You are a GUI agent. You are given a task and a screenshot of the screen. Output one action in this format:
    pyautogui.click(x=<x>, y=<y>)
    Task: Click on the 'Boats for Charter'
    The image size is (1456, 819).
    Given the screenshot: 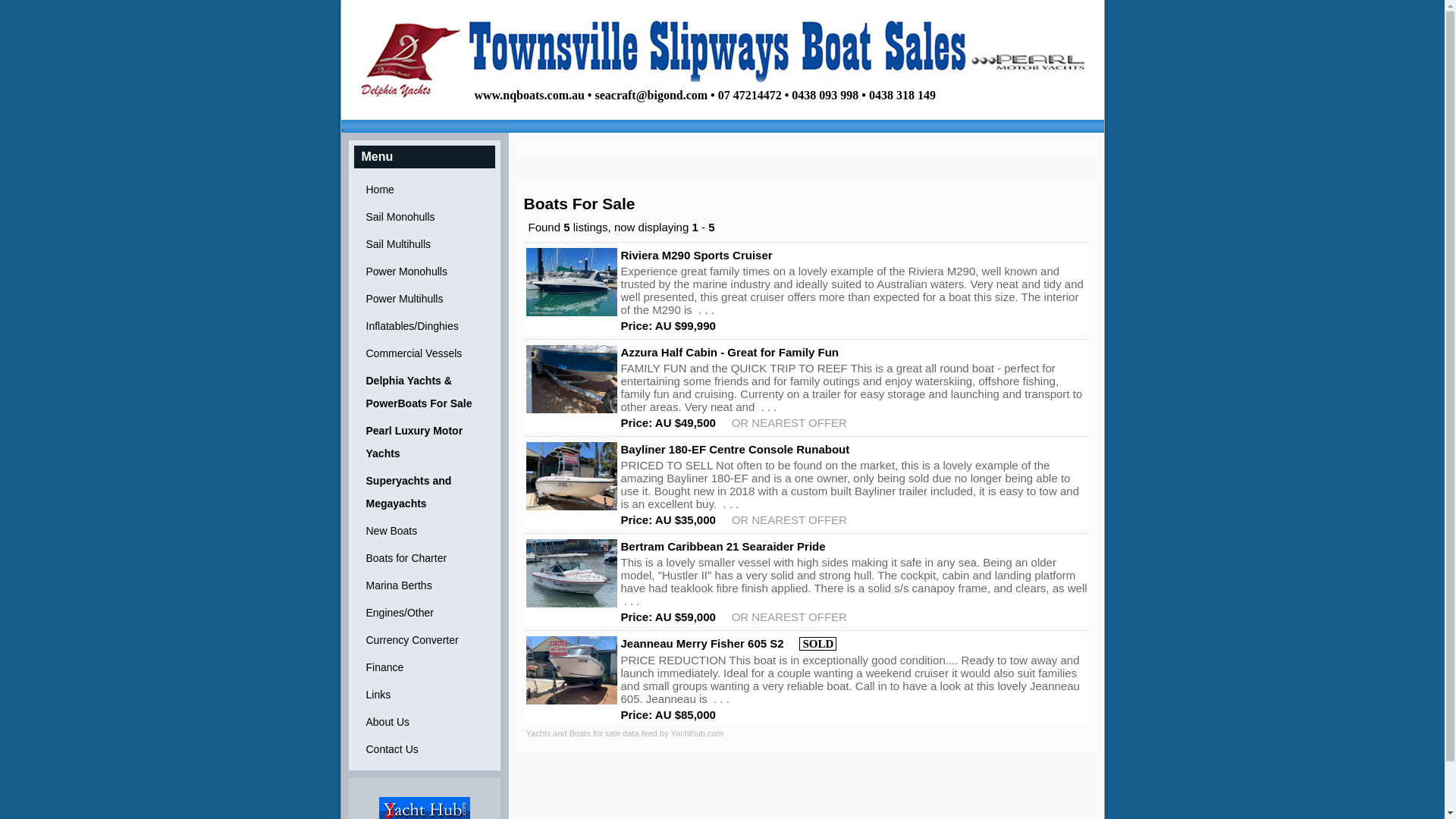 What is the action you would take?
    pyautogui.click(x=425, y=558)
    